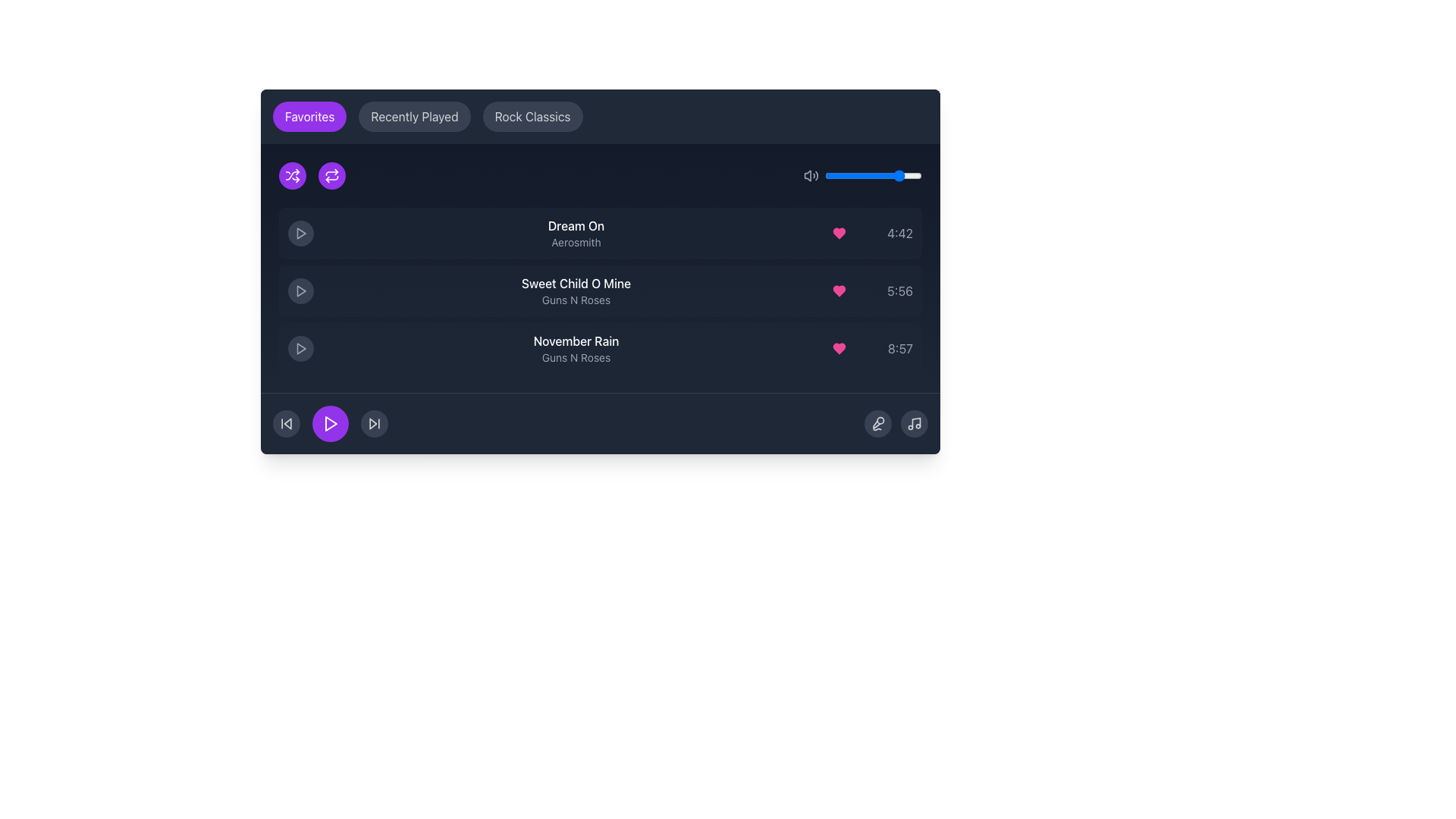  Describe the element at coordinates (292, 174) in the screenshot. I see `the shuffle mode button, which is the second icon from the left in a horizontal row at the top-left corner of the app interface` at that location.